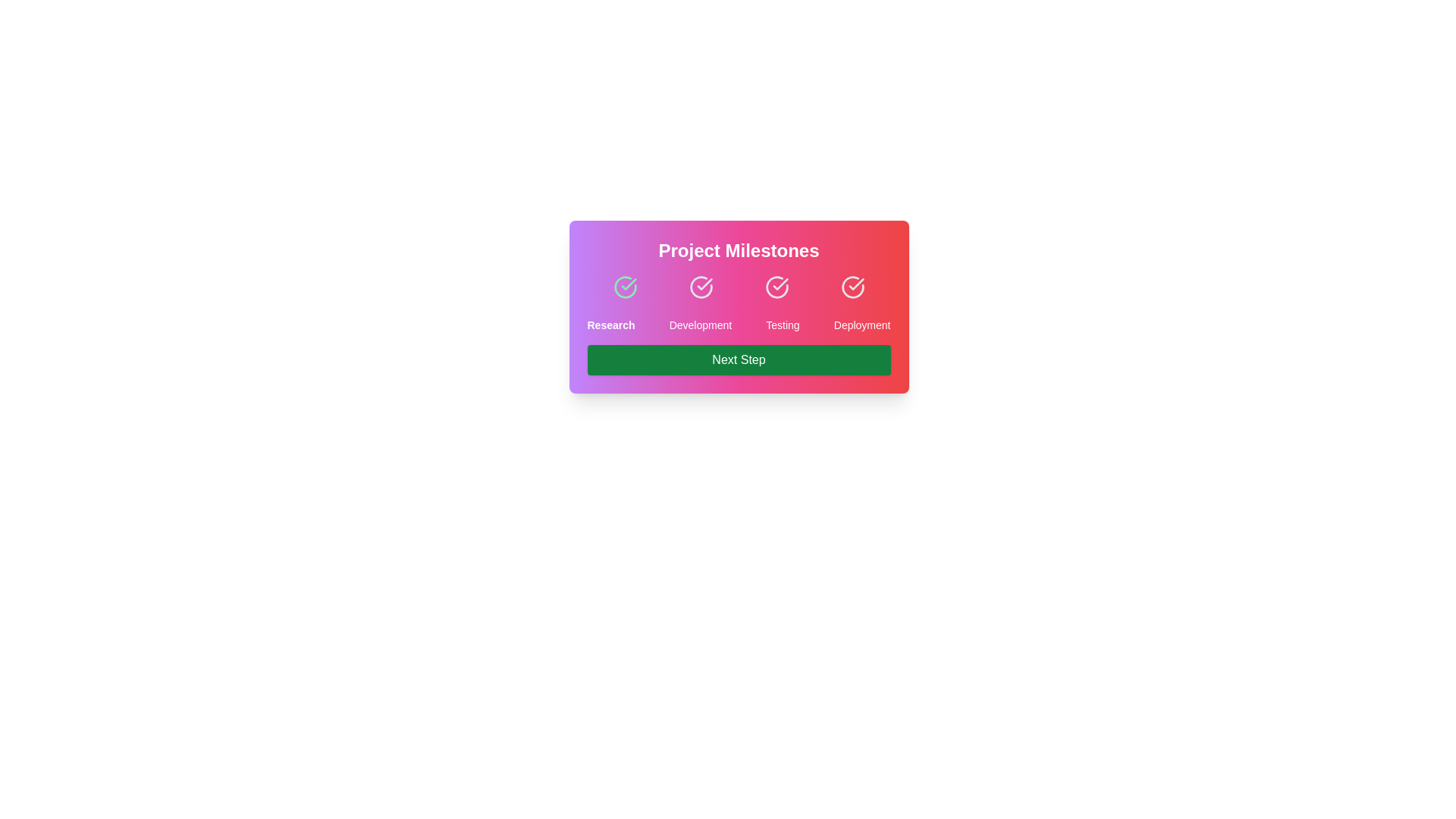 The image size is (1456, 819). What do you see at coordinates (611, 324) in the screenshot?
I see `text of the 'Research' phase label, which is the first item in the Project Milestones section` at bounding box center [611, 324].